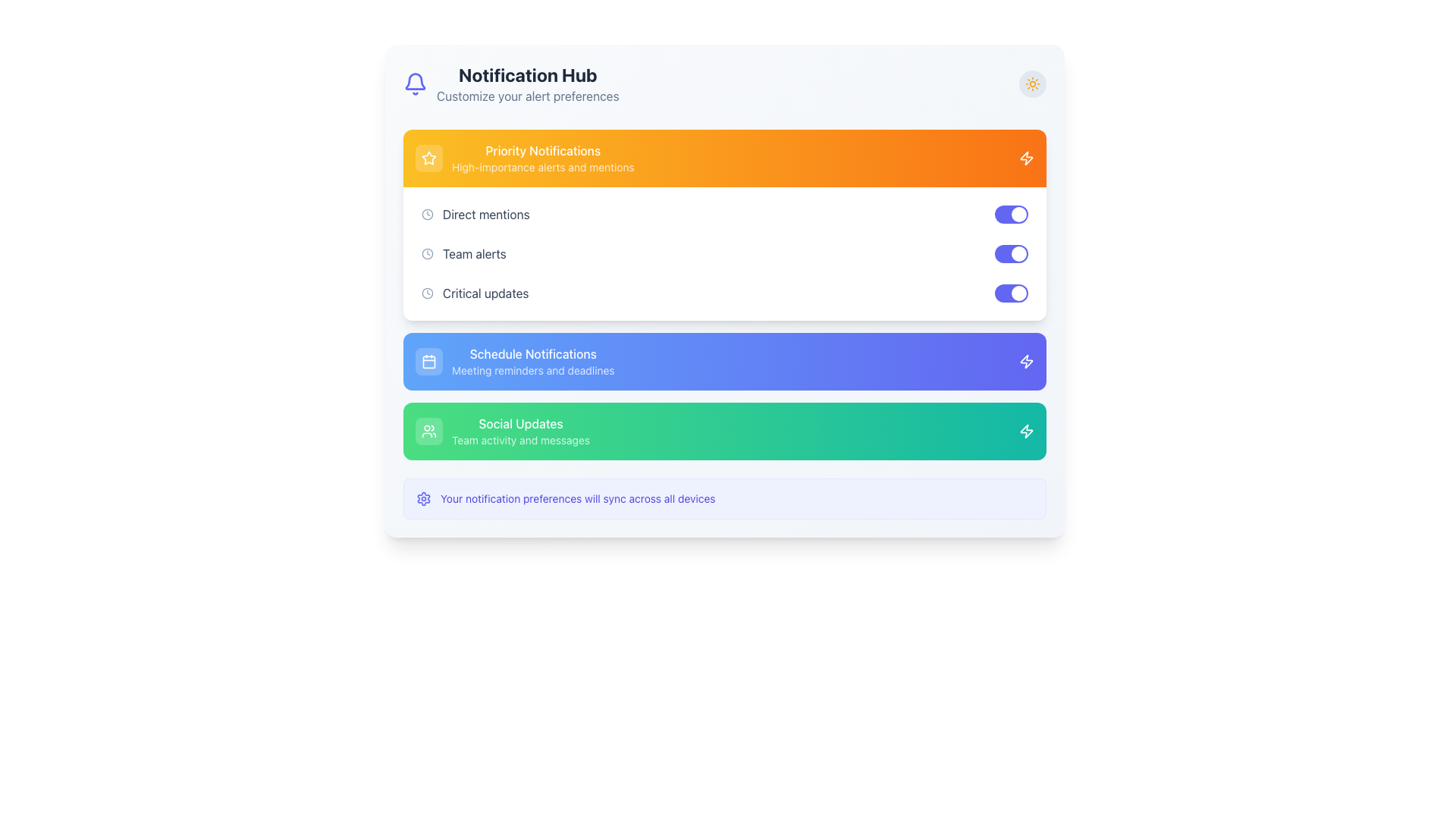 This screenshot has height=819, width=1456. I want to click on the 'Notification Hub' header text, which is displayed in a large, bold font at the top of the section, above the subtitle 'Customize your alert preferences', so click(528, 75).